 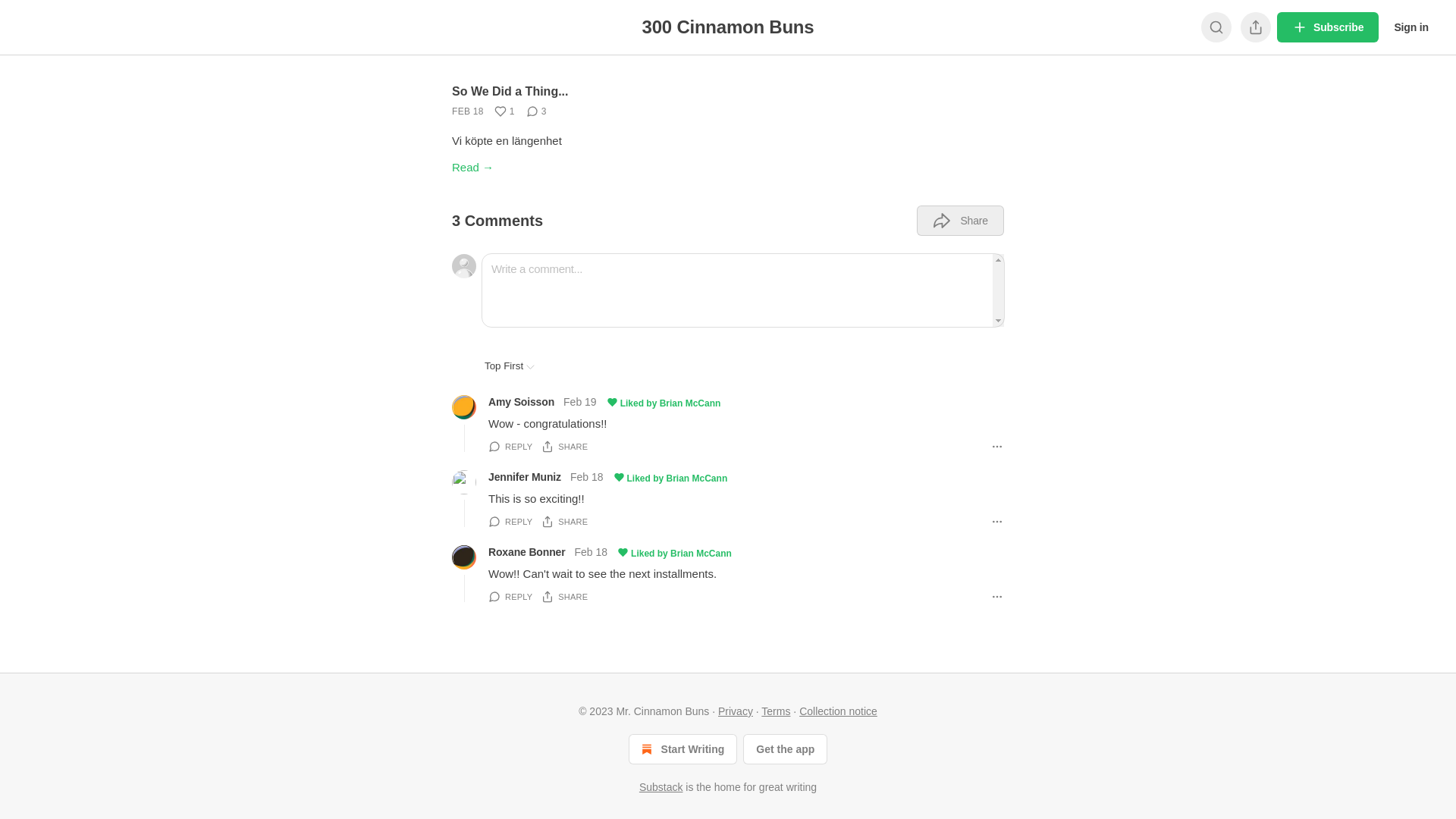 What do you see at coordinates (563, 595) in the screenshot?
I see `'SHARE'` at bounding box center [563, 595].